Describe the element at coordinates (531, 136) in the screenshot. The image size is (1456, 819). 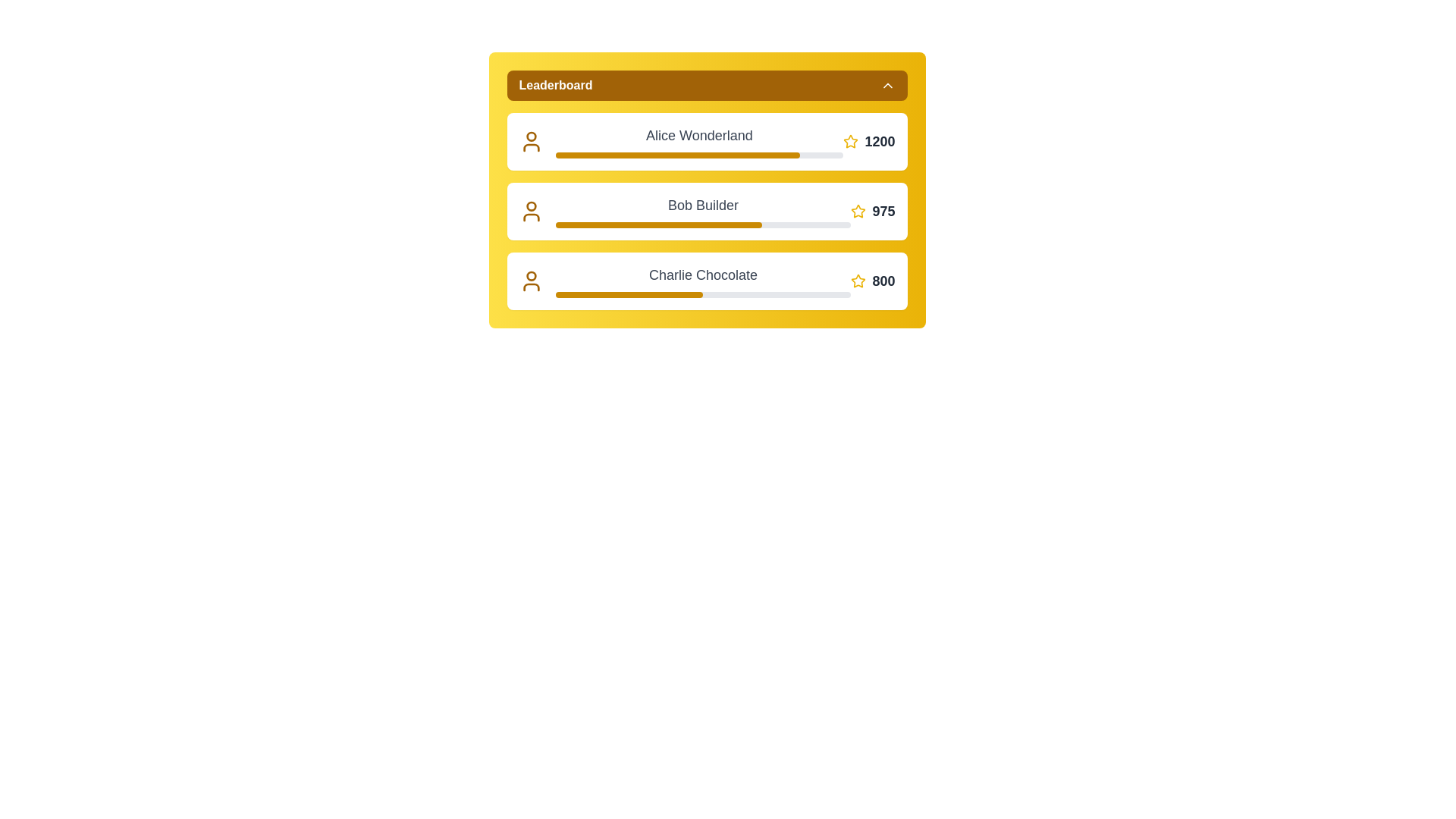
I see `the SVG Circle Graphic representing the user icon for 'Alice Wonderland' in the leaderboard's first entry` at that location.